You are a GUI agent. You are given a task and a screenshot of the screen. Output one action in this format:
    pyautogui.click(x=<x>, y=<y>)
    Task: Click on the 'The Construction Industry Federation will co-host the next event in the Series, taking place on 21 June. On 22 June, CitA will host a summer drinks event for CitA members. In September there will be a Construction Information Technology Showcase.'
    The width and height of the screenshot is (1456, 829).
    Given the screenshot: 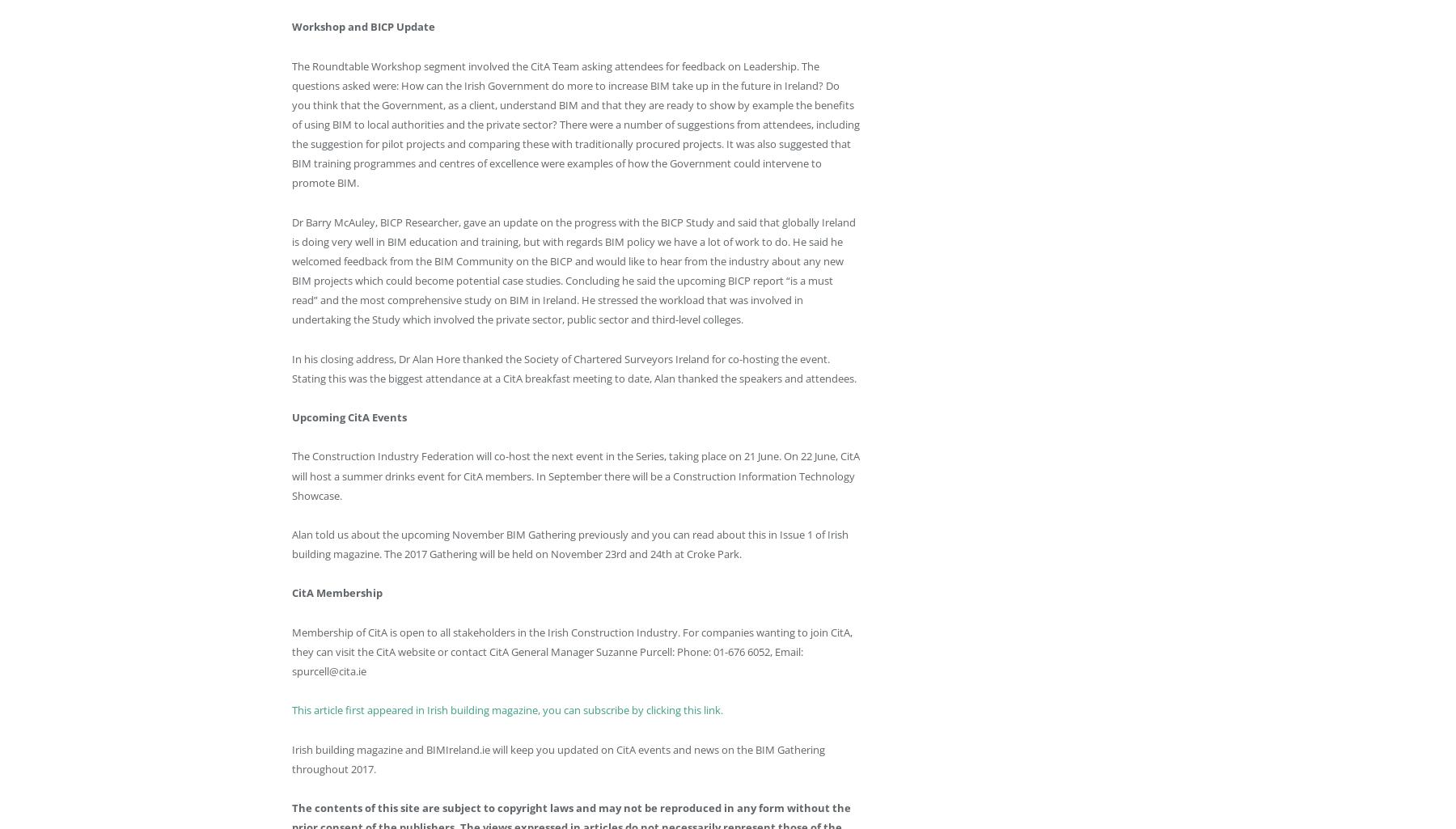 What is the action you would take?
    pyautogui.click(x=575, y=476)
    